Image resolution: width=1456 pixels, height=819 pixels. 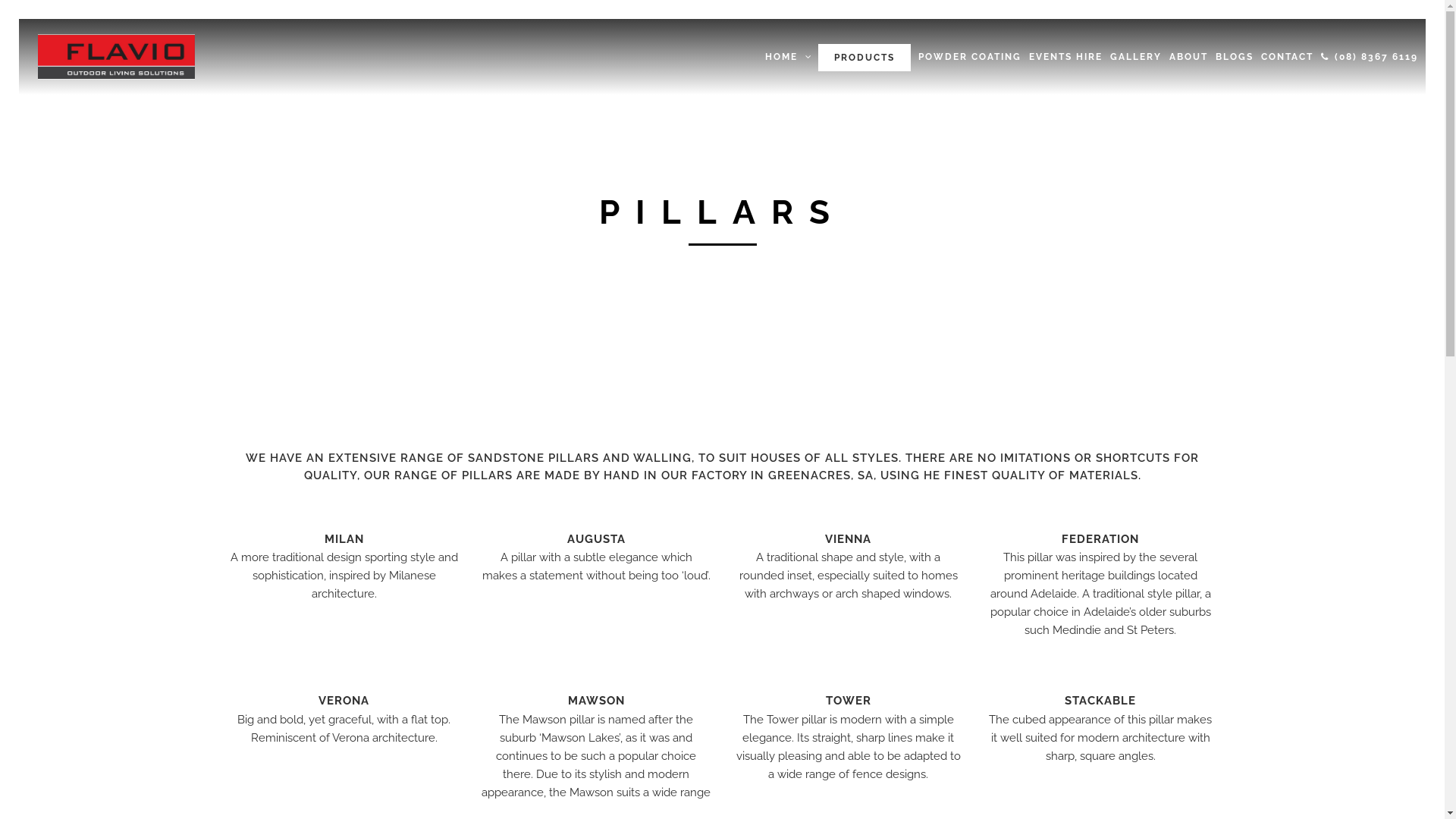 I want to click on 'GALLERY', so click(x=1135, y=55).